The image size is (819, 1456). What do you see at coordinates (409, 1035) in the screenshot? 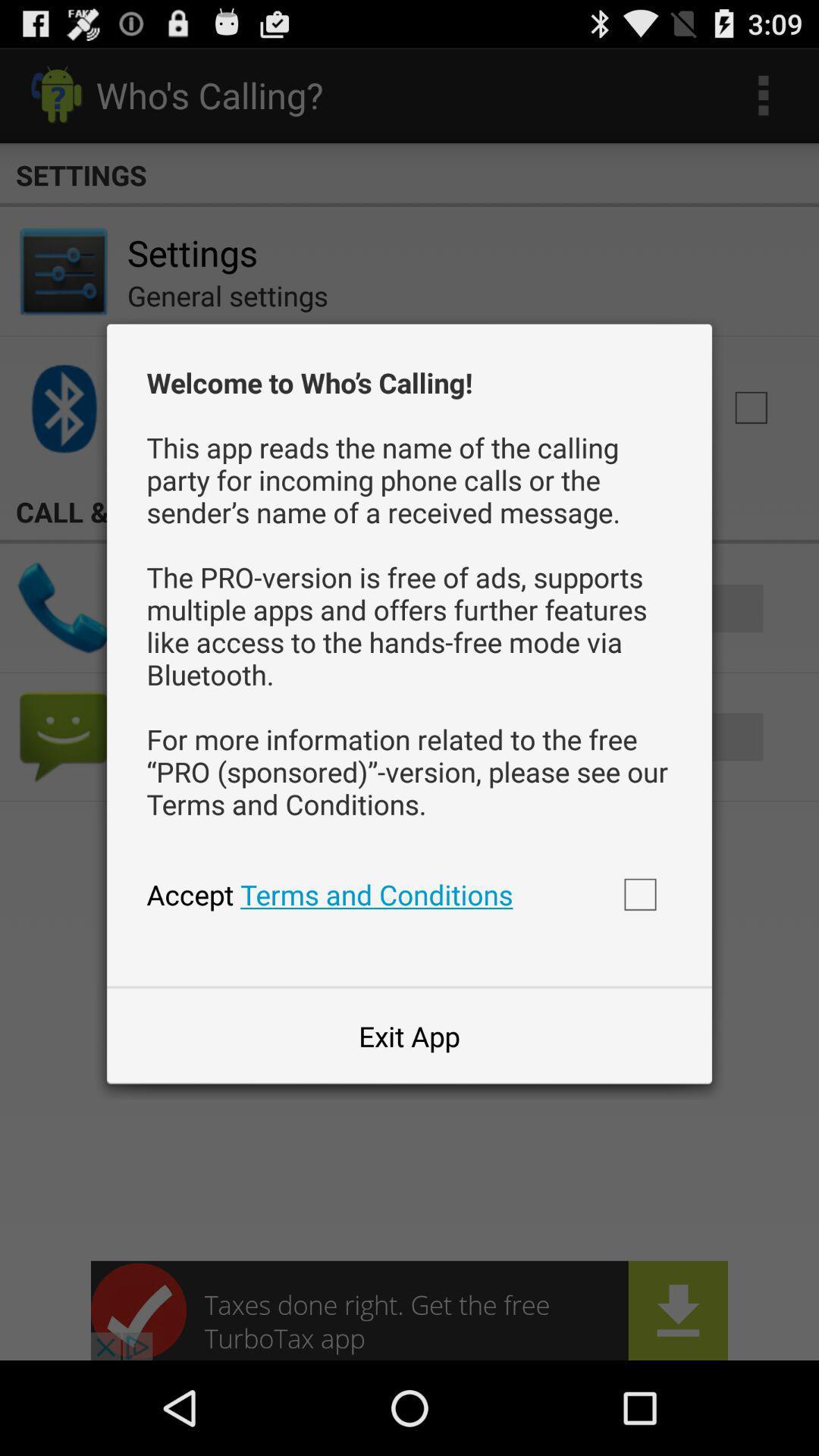
I see `the exit app button` at bounding box center [409, 1035].